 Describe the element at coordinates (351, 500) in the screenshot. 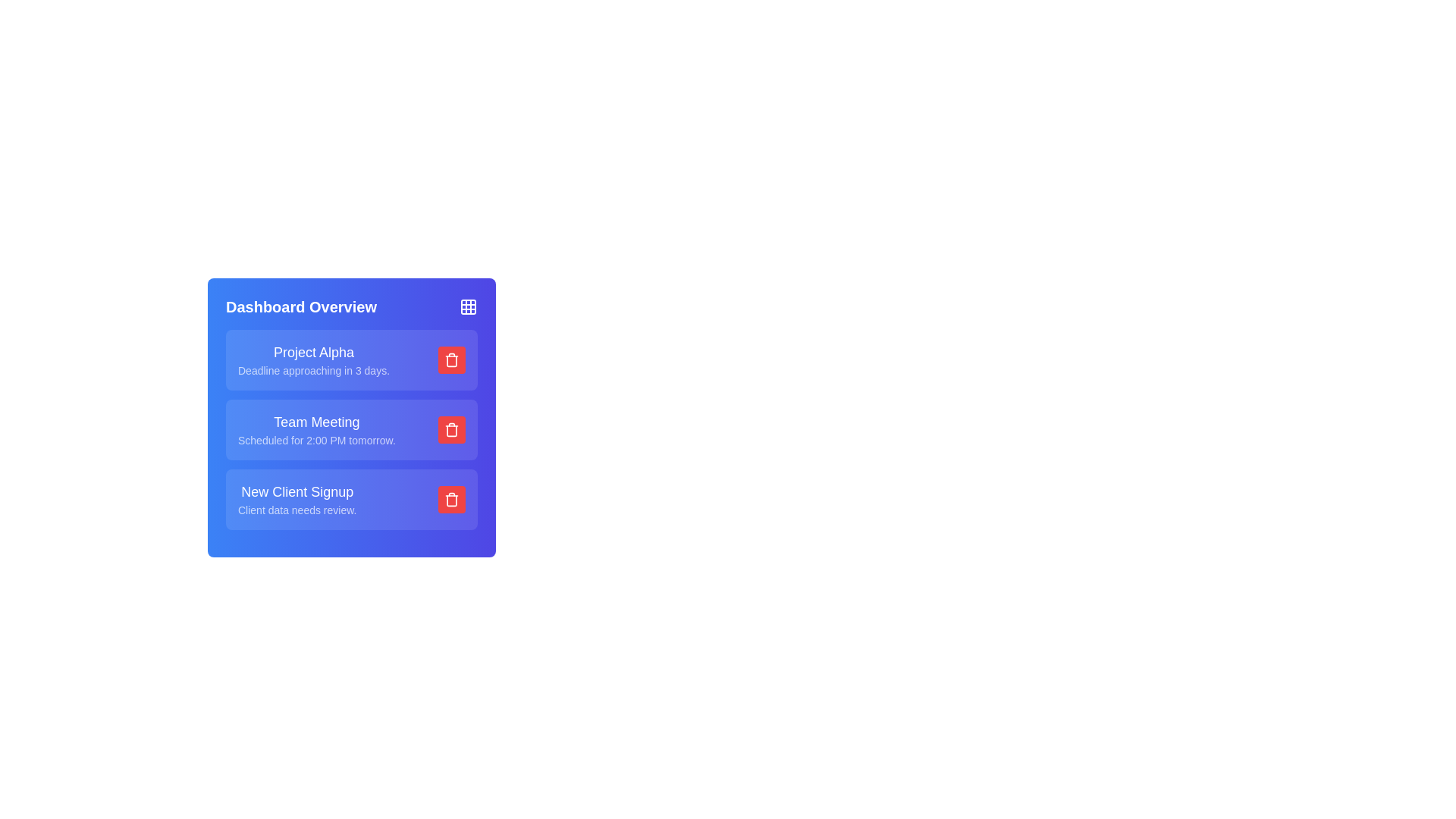

I see `text content of the third card in the vertical list that provides information about a new client signup and associated task of reviewing client data` at that location.